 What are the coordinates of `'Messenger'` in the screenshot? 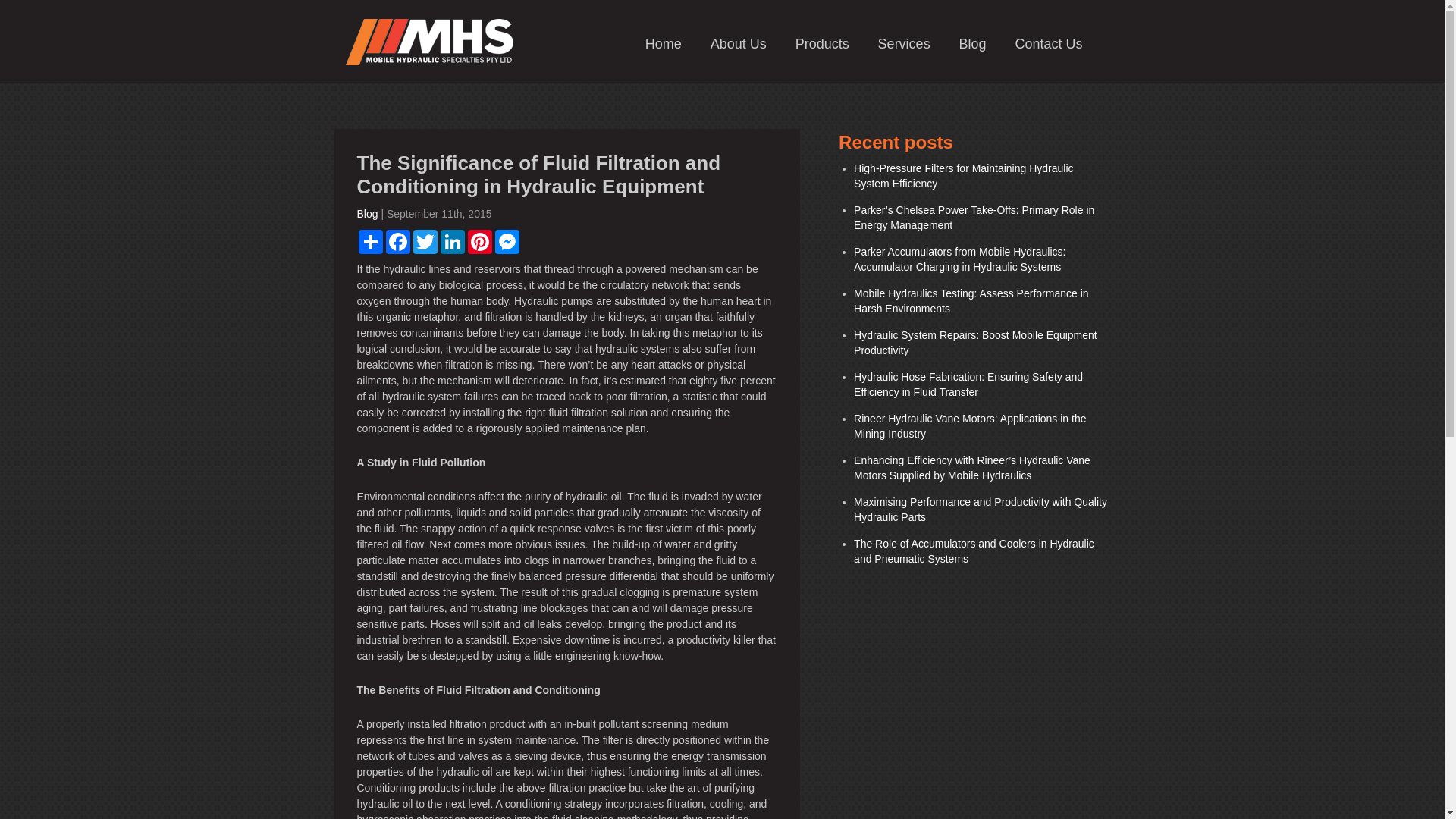 It's located at (506, 241).